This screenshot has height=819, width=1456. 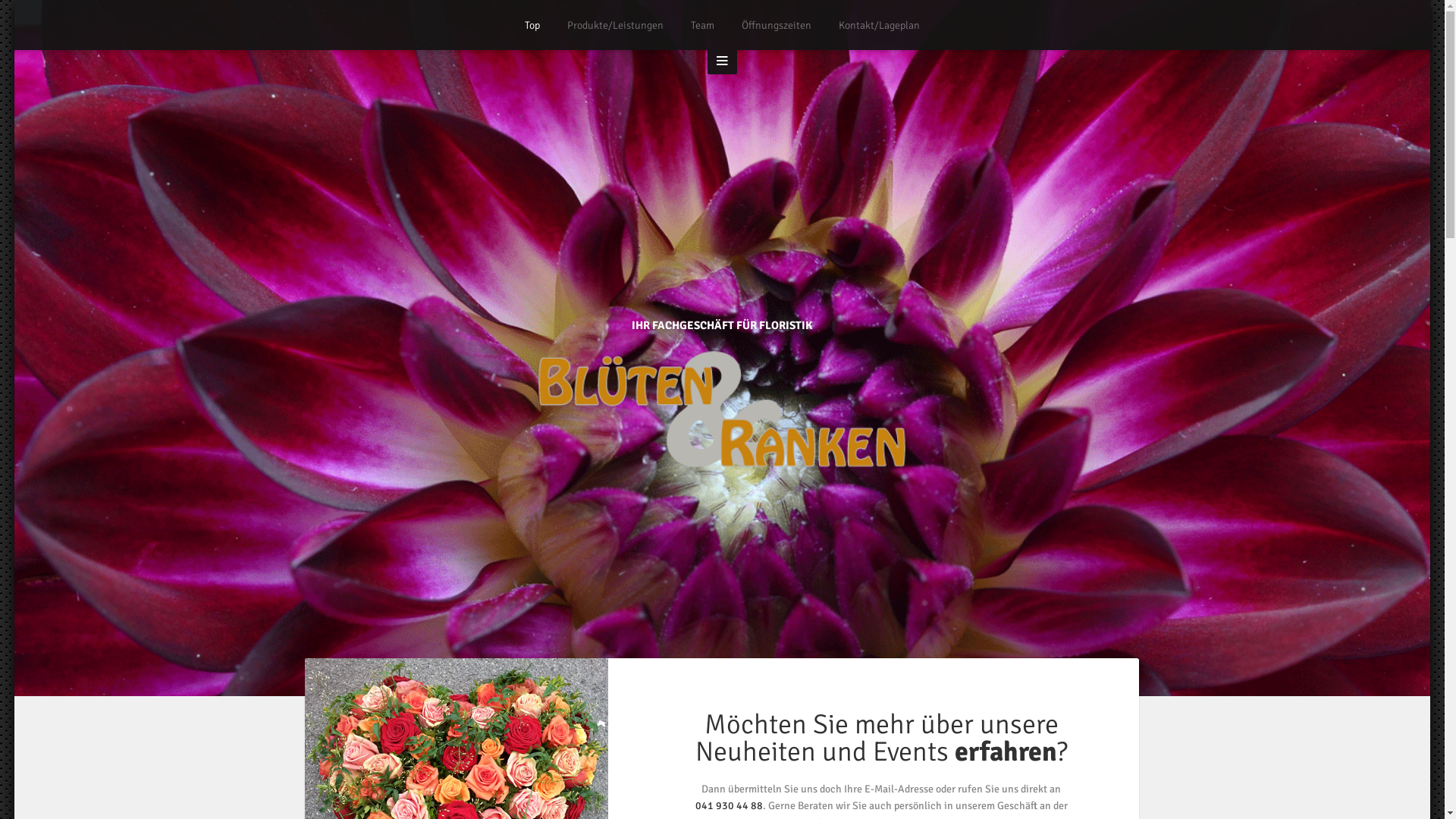 What do you see at coordinates (837, 25) in the screenshot?
I see `'Kontakt/Lageplan'` at bounding box center [837, 25].